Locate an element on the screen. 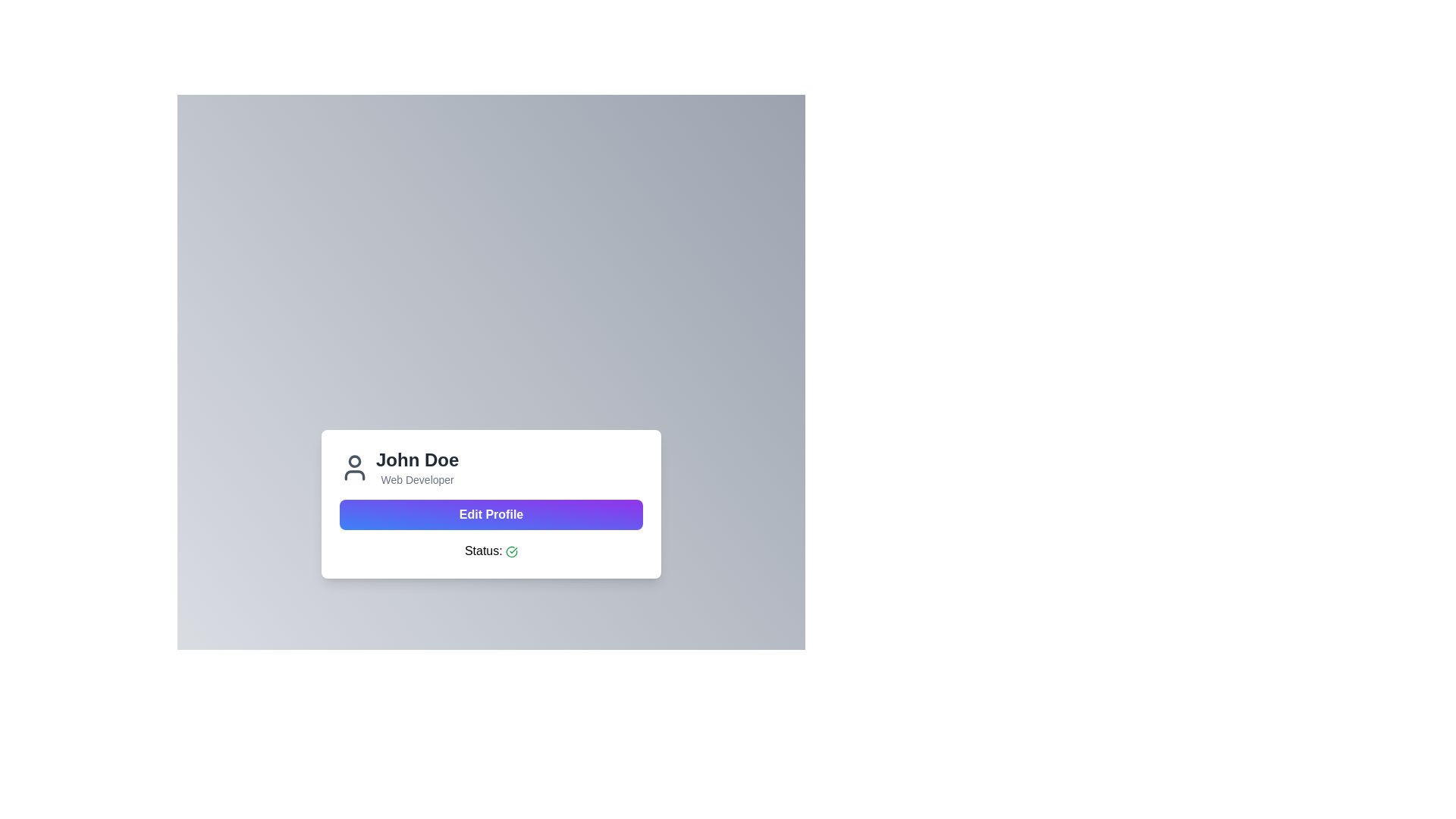  the text display element showing the user's professional title 'Web Developer', located below the name 'John Doe' in the user profile card is located at coordinates (417, 479).